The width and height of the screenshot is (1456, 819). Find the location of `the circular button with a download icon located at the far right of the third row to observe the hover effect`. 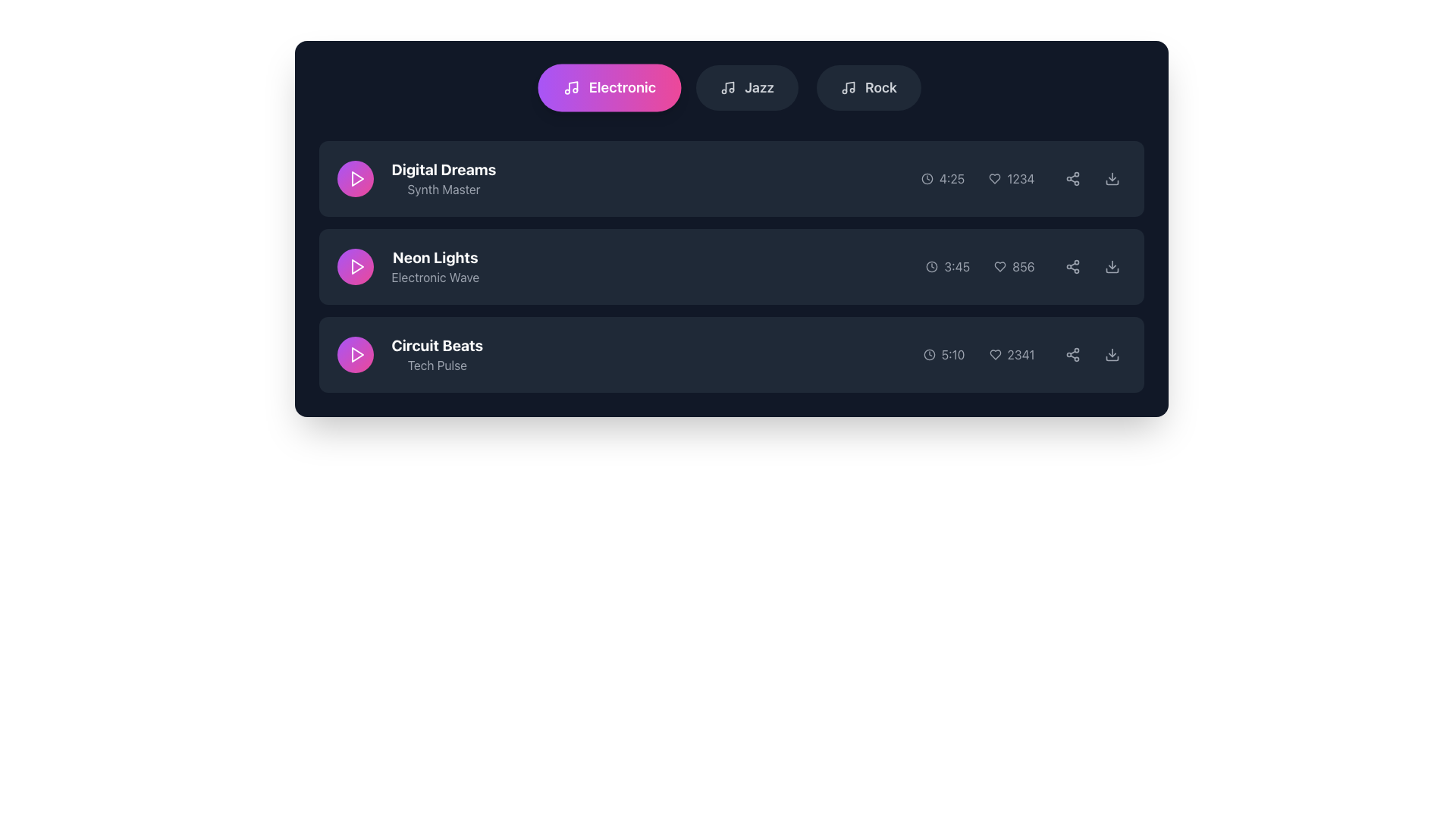

the circular button with a download icon located at the far right of the third row to observe the hover effect is located at coordinates (1112, 354).